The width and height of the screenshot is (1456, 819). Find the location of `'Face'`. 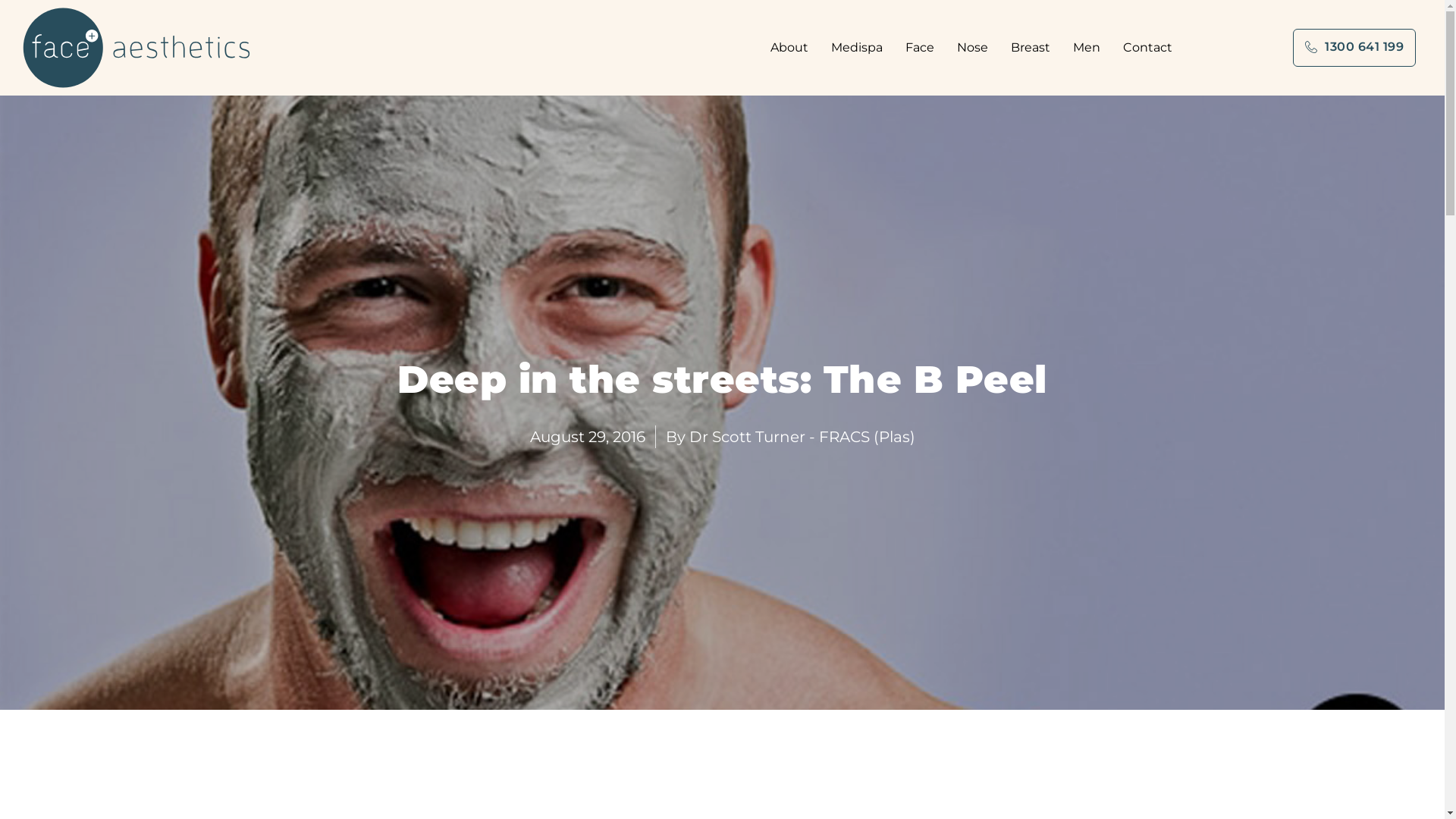

'Face' is located at coordinates (905, 46).